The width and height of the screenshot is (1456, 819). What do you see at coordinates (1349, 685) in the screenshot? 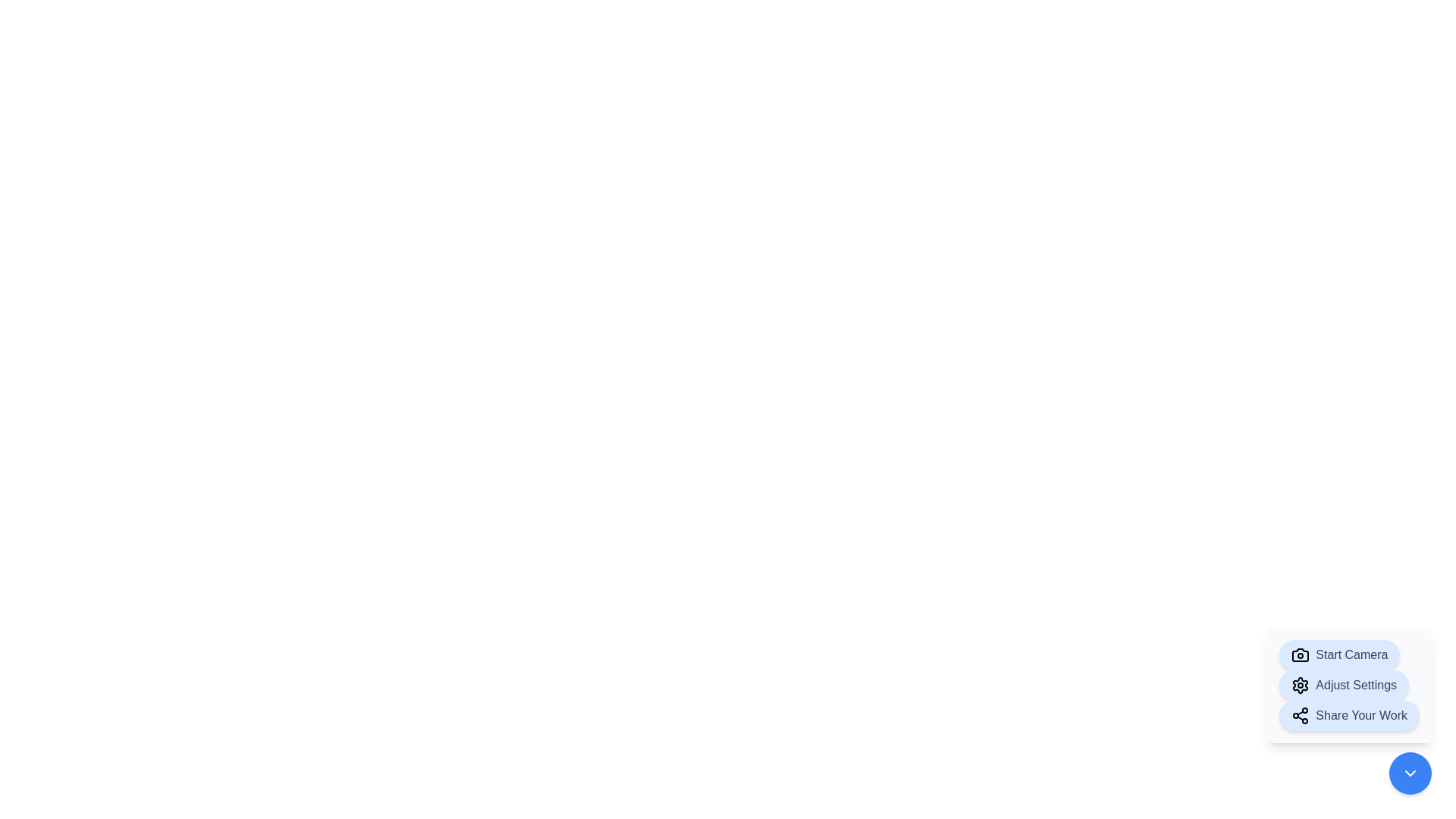
I see `the settings adjustment button located in the bottom-right corner of the interface, situated between the 'Start Camera' button and the 'Share Your Work' button` at bounding box center [1349, 685].